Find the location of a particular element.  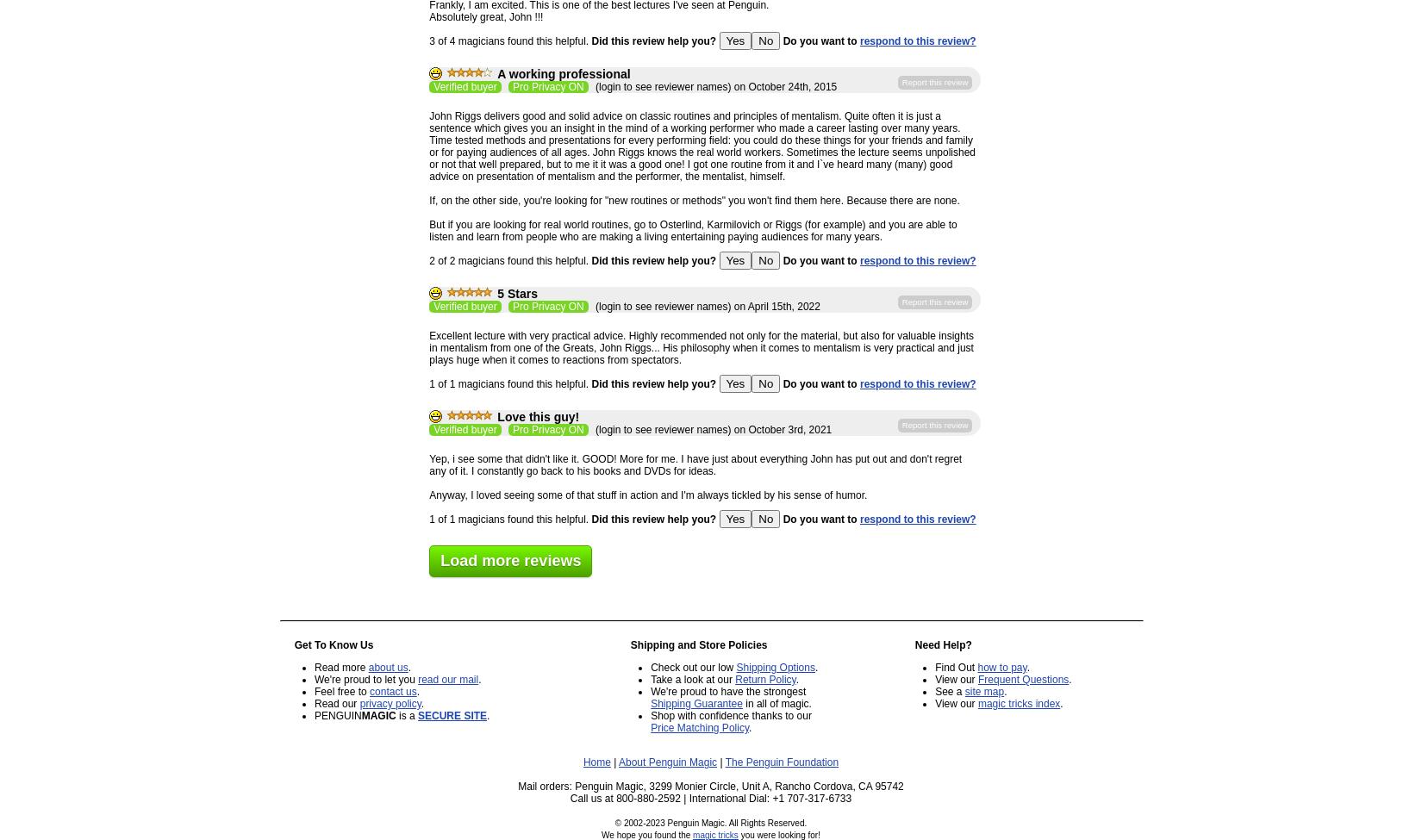

'Shipping and Store Policies' is located at coordinates (690, 644).